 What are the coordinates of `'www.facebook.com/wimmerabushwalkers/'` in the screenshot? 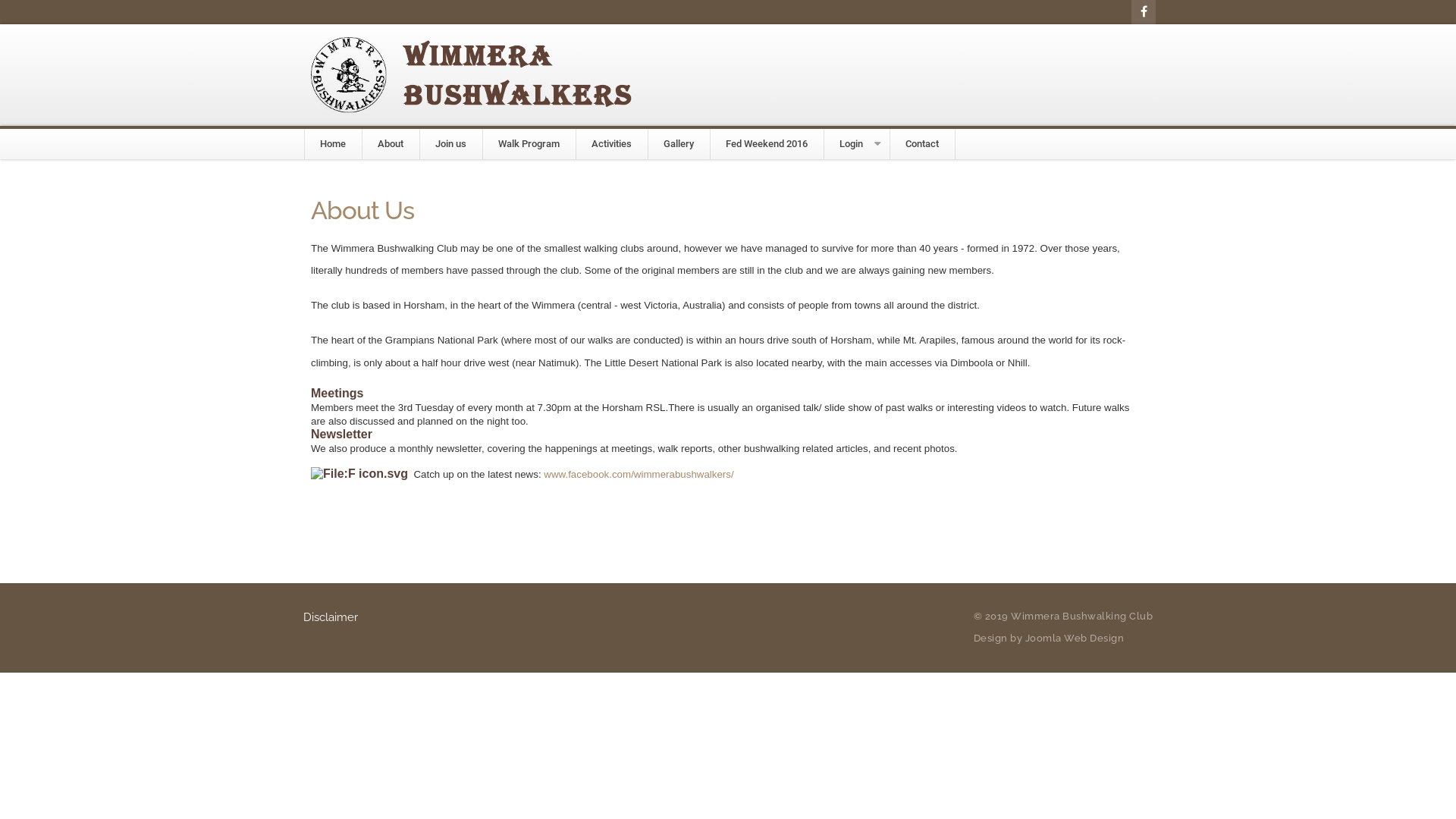 It's located at (543, 473).